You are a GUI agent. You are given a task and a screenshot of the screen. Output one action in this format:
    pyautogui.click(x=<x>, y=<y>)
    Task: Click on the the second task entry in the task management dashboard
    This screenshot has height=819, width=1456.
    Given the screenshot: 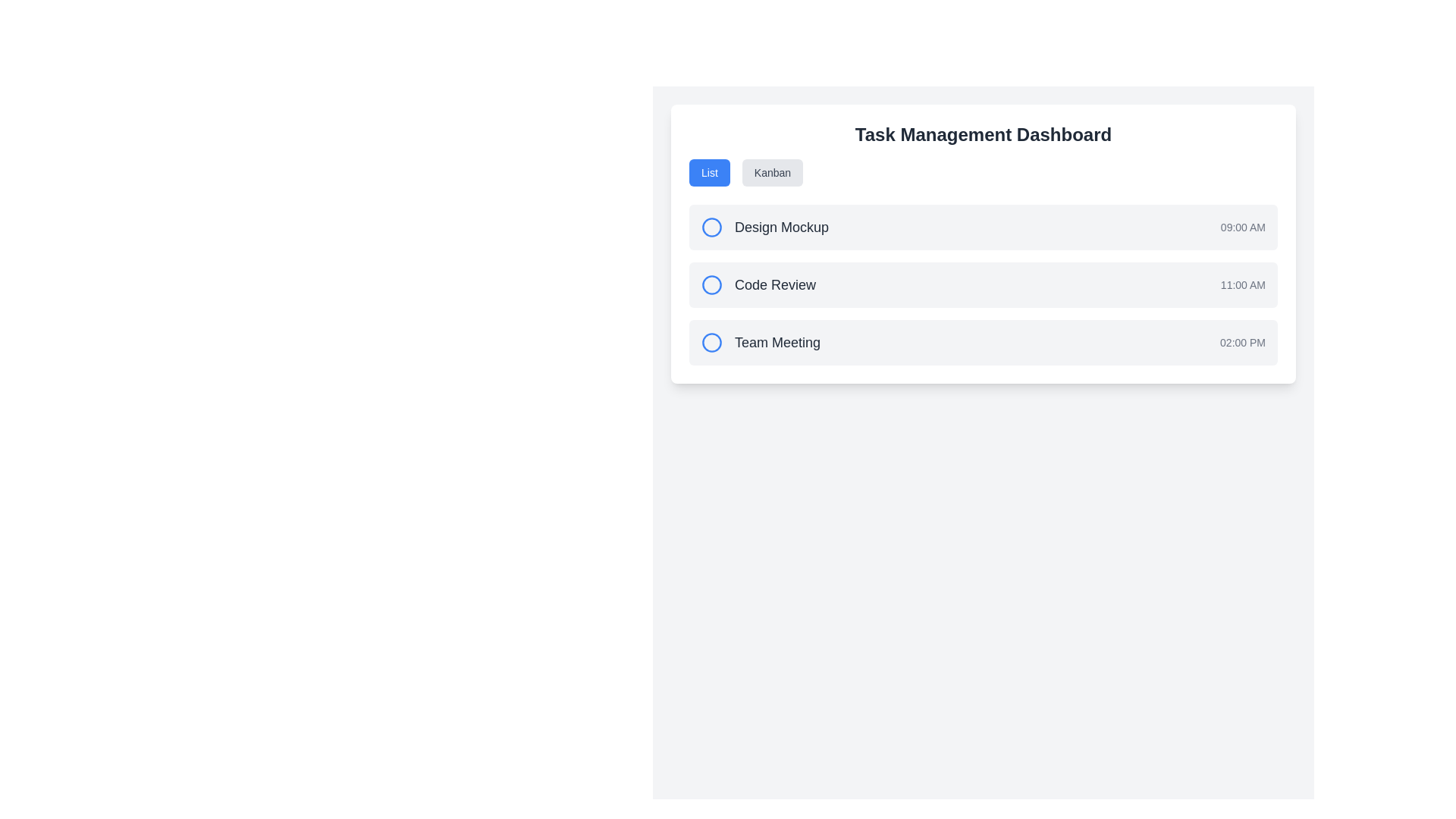 What is the action you would take?
    pyautogui.click(x=983, y=284)
    